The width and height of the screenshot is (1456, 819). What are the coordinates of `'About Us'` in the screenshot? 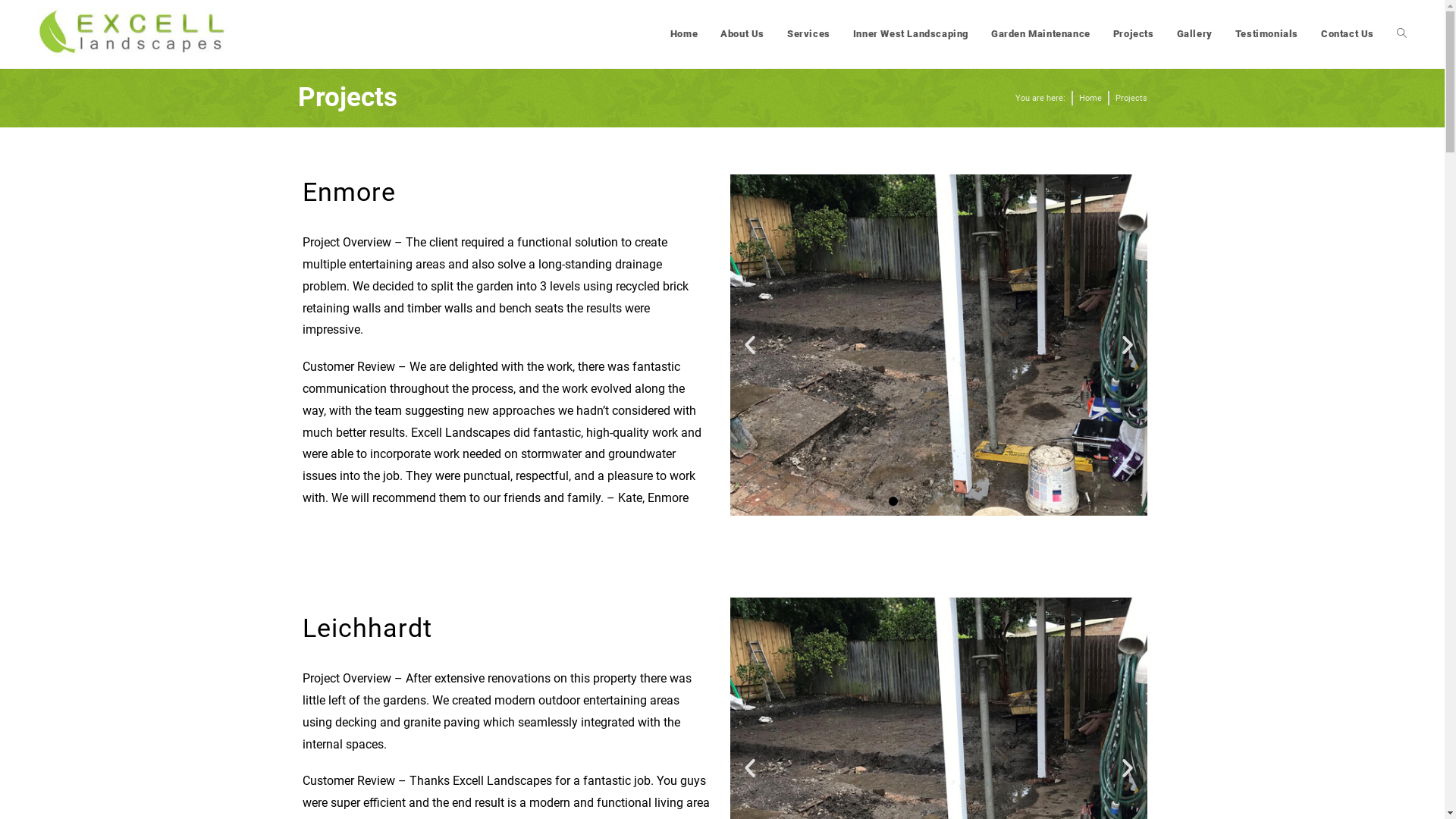 It's located at (742, 34).